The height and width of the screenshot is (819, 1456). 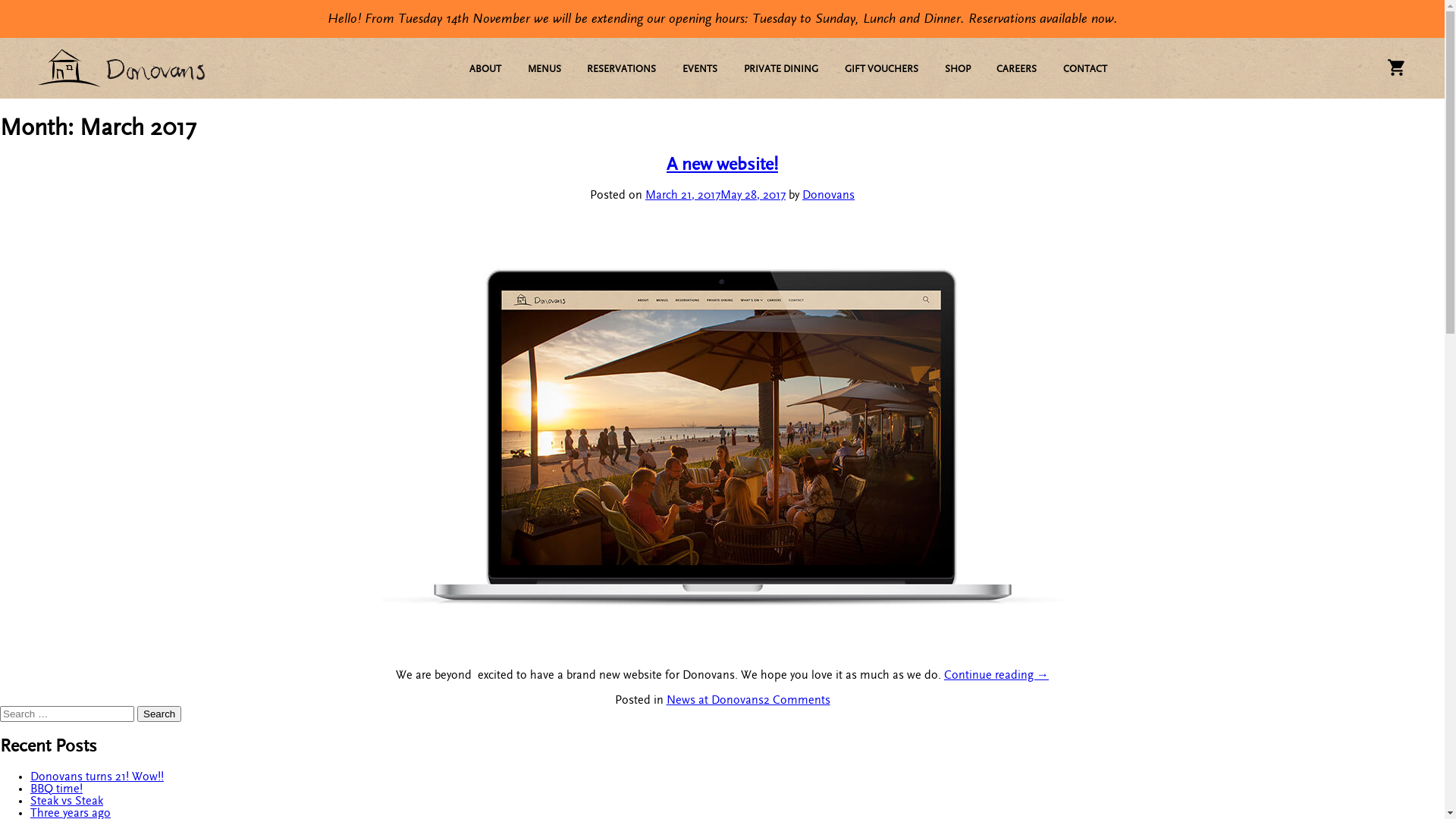 I want to click on 'News at Donovans', so click(x=713, y=699).